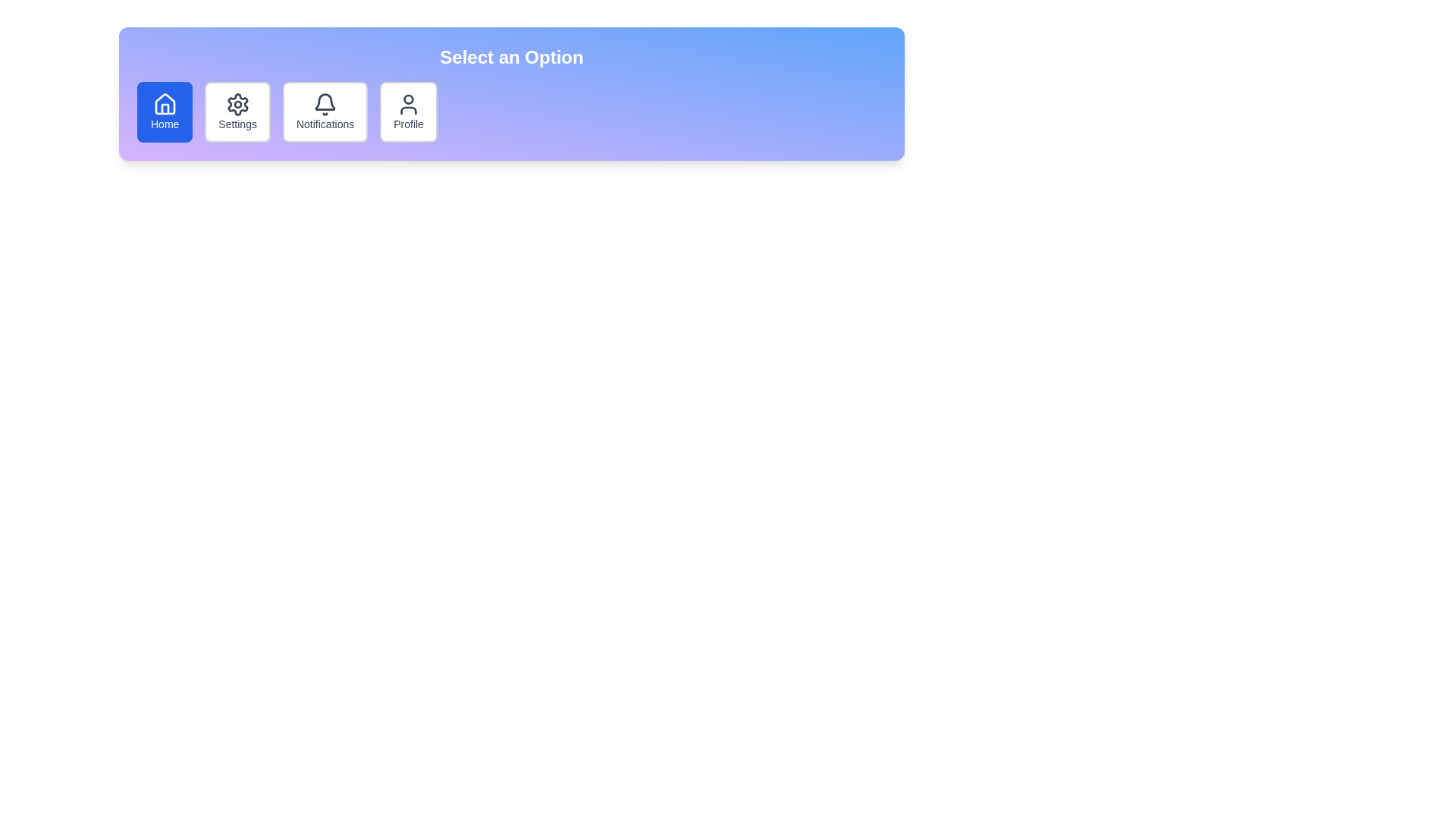 The width and height of the screenshot is (1456, 819). What do you see at coordinates (165, 104) in the screenshot?
I see `the 'Home' icon located at the center of the blue circle in the navigation menu` at bounding box center [165, 104].